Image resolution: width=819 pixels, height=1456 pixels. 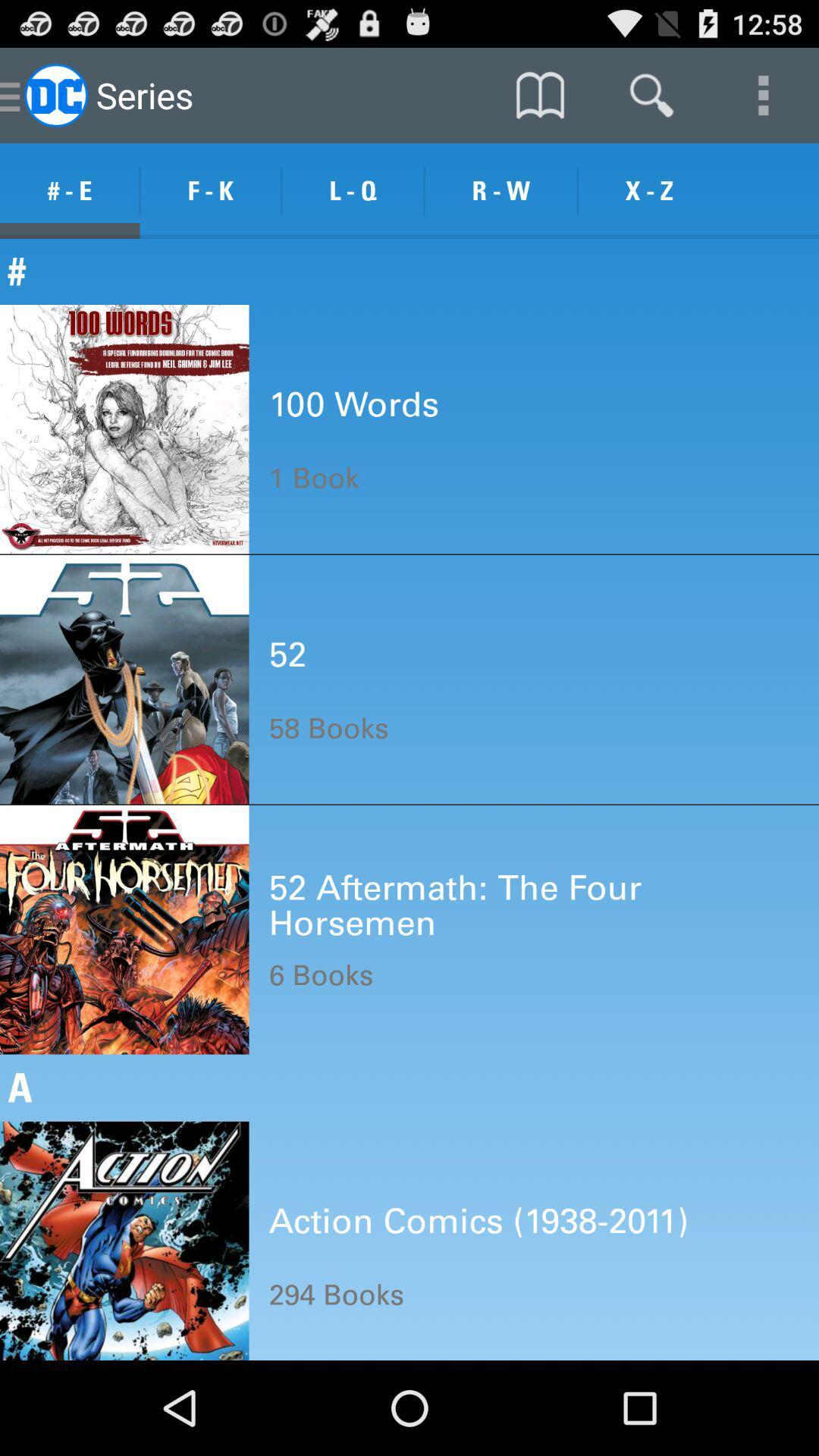 What do you see at coordinates (210, 190) in the screenshot?
I see `item next to the # - e item` at bounding box center [210, 190].